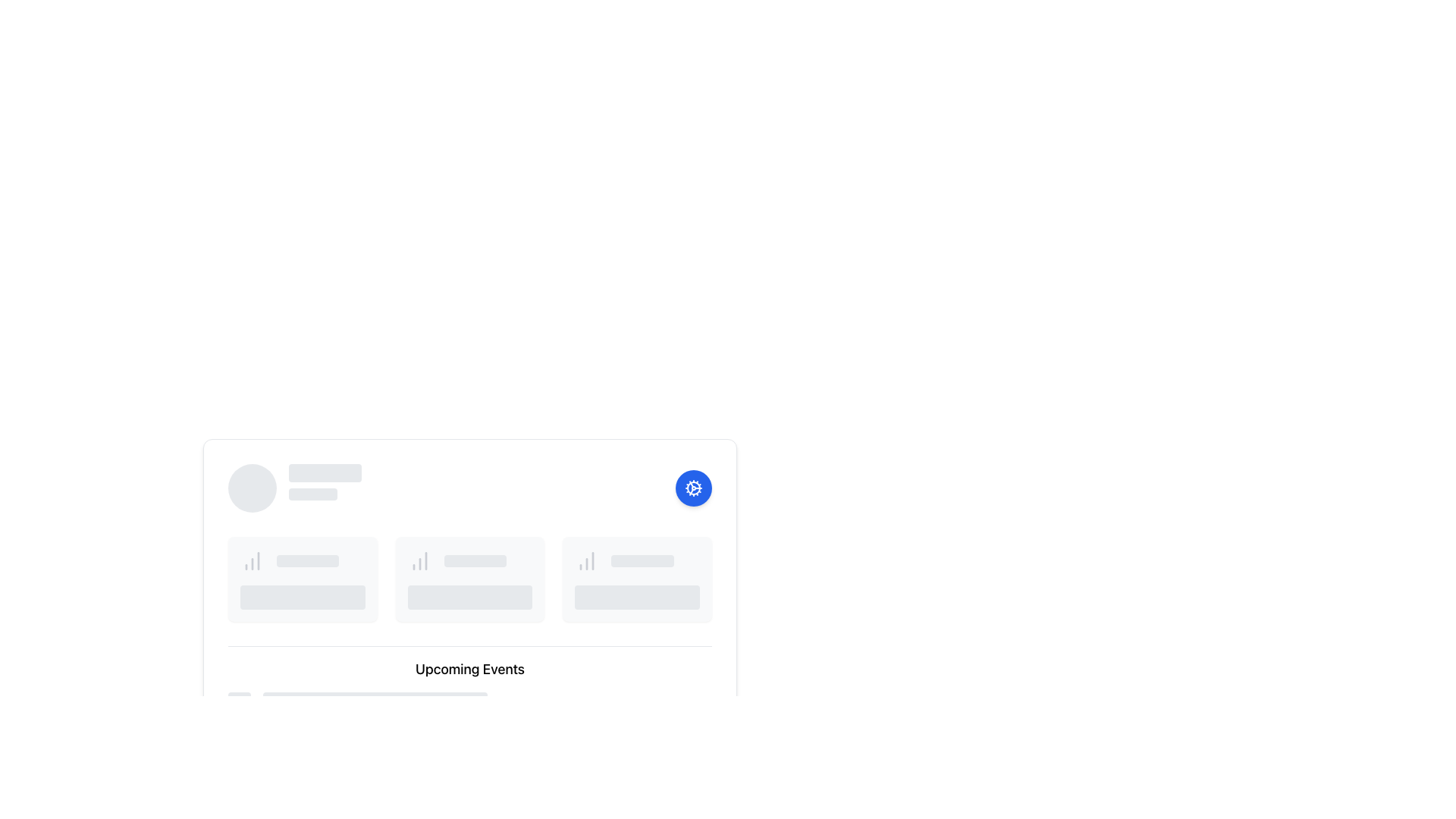 This screenshot has height=819, width=1456. Describe the element at coordinates (637, 579) in the screenshot. I see `the animation of the bottom-right card in the grid layout of animated placeholders, which indicates that data is being loaded` at that location.